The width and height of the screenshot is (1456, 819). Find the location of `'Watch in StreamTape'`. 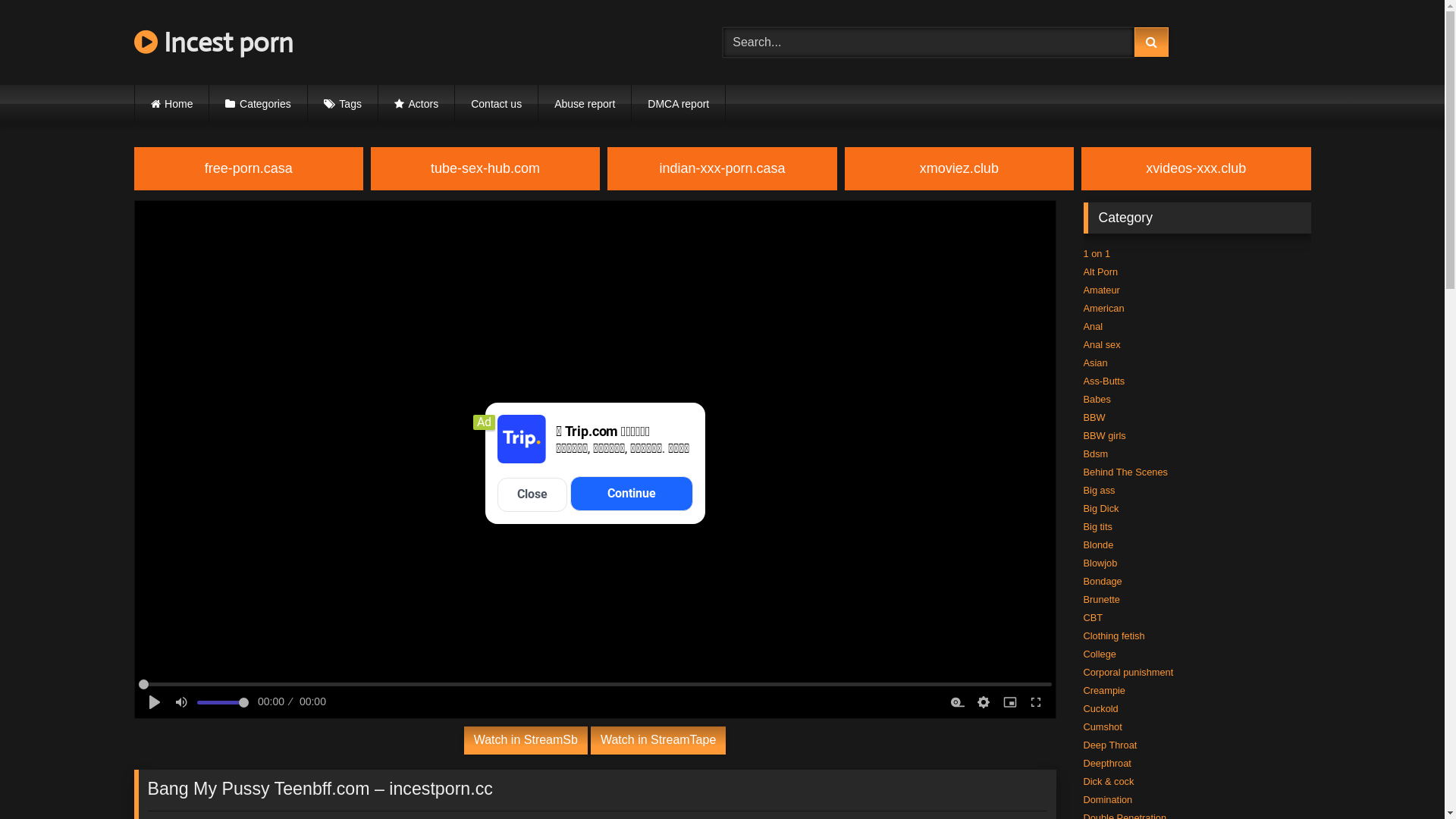

'Watch in StreamTape' is located at coordinates (658, 739).